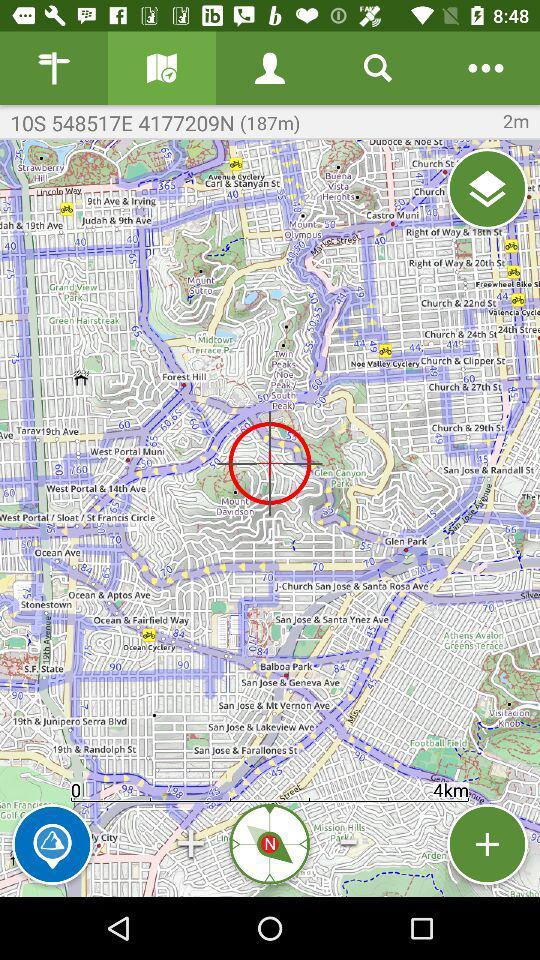 The height and width of the screenshot is (960, 540). Describe the element at coordinates (485, 68) in the screenshot. I see `more menu selections` at that location.